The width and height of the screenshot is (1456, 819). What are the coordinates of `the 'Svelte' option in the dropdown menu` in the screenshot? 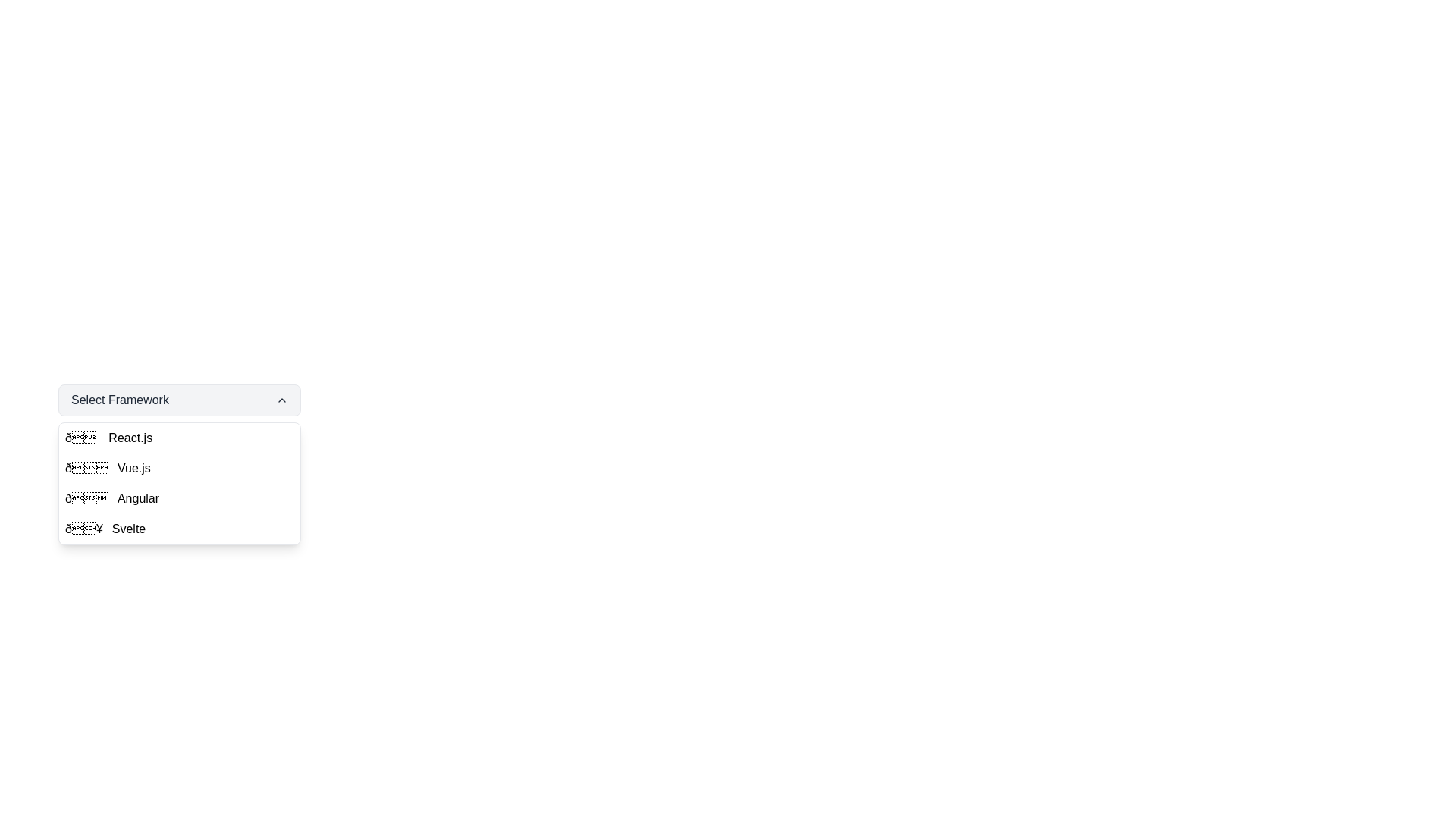 It's located at (179, 529).